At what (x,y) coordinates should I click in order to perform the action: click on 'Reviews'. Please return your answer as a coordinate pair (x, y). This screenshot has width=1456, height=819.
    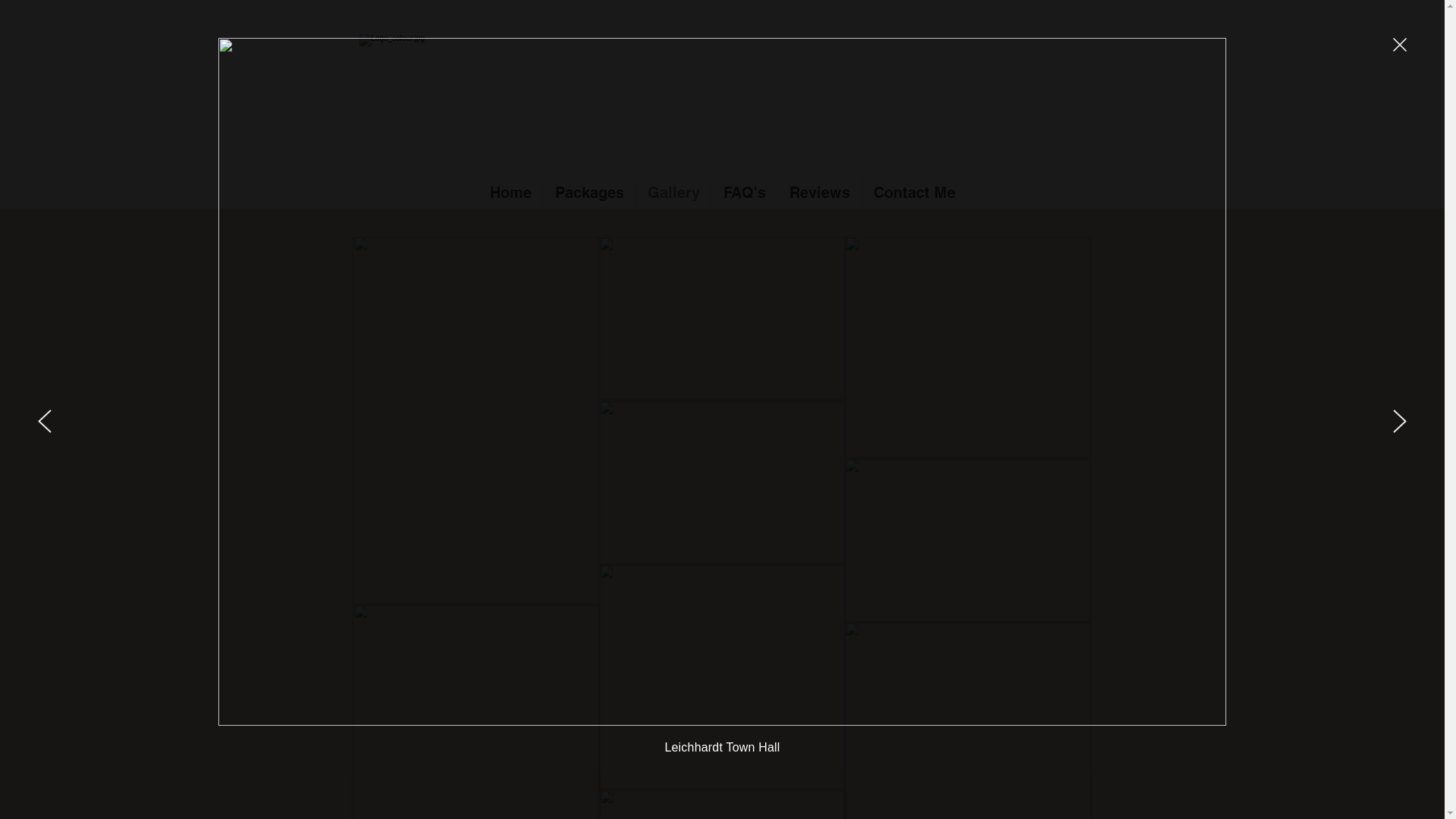
    Looking at the image, I should click on (818, 192).